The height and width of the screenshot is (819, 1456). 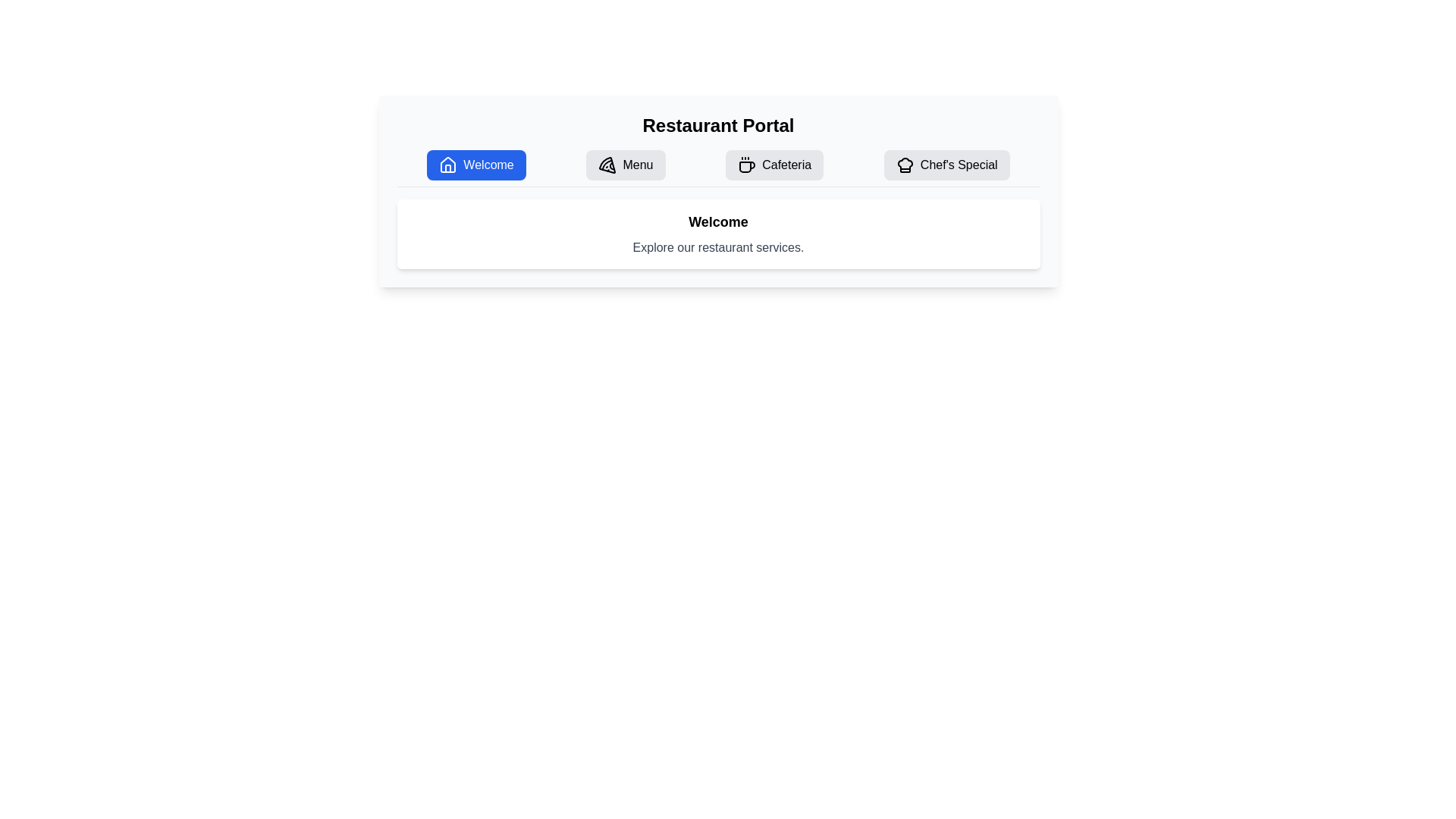 What do you see at coordinates (607, 165) in the screenshot?
I see `the 'Menu' button icon located on the navigation bar, positioned between the 'Welcome' button and the 'Cafeteria' button` at bounding box center [607, 165].